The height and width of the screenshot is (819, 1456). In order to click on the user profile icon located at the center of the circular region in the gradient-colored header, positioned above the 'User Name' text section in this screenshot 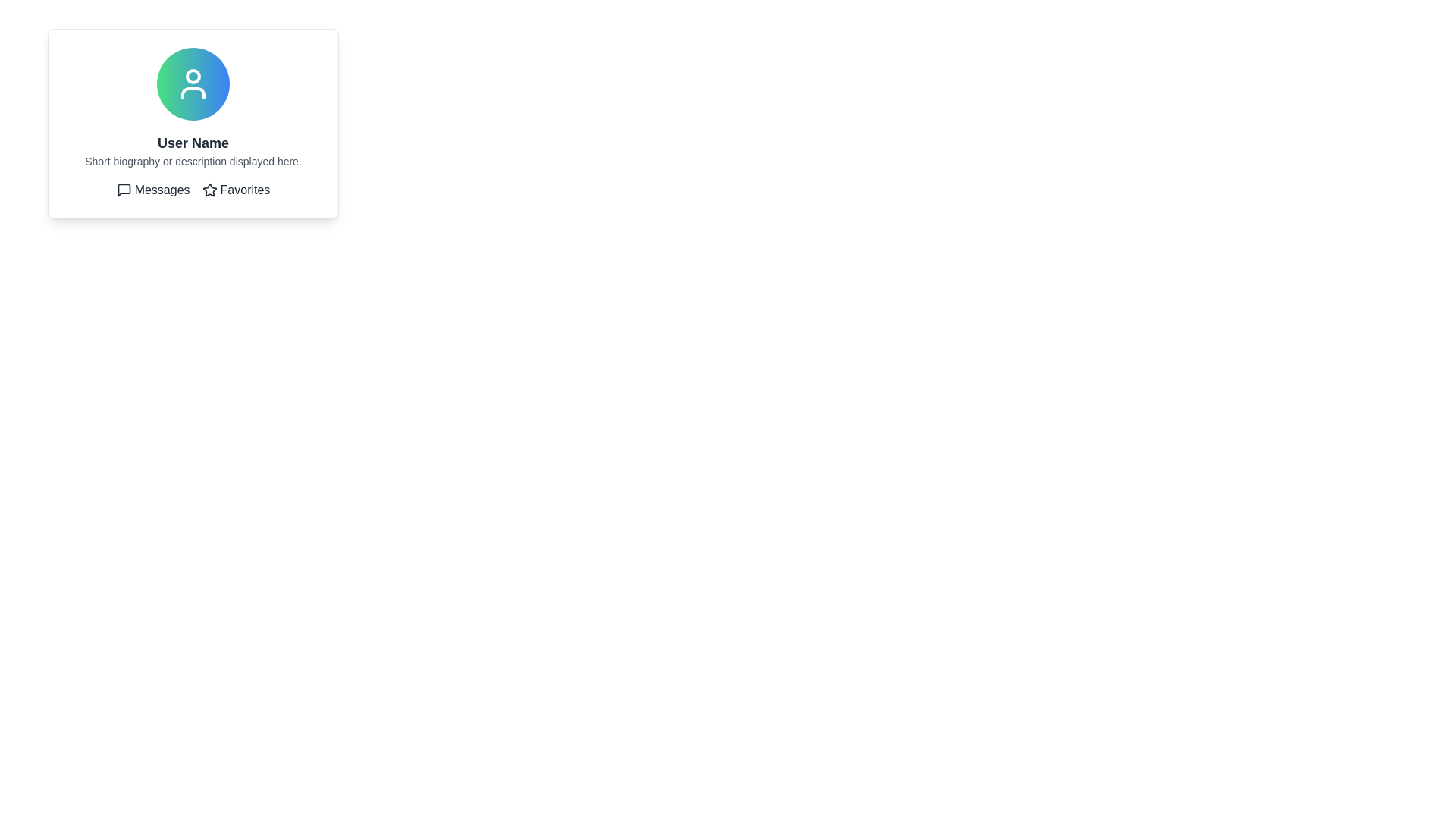, I will do `click(192, 84)`.